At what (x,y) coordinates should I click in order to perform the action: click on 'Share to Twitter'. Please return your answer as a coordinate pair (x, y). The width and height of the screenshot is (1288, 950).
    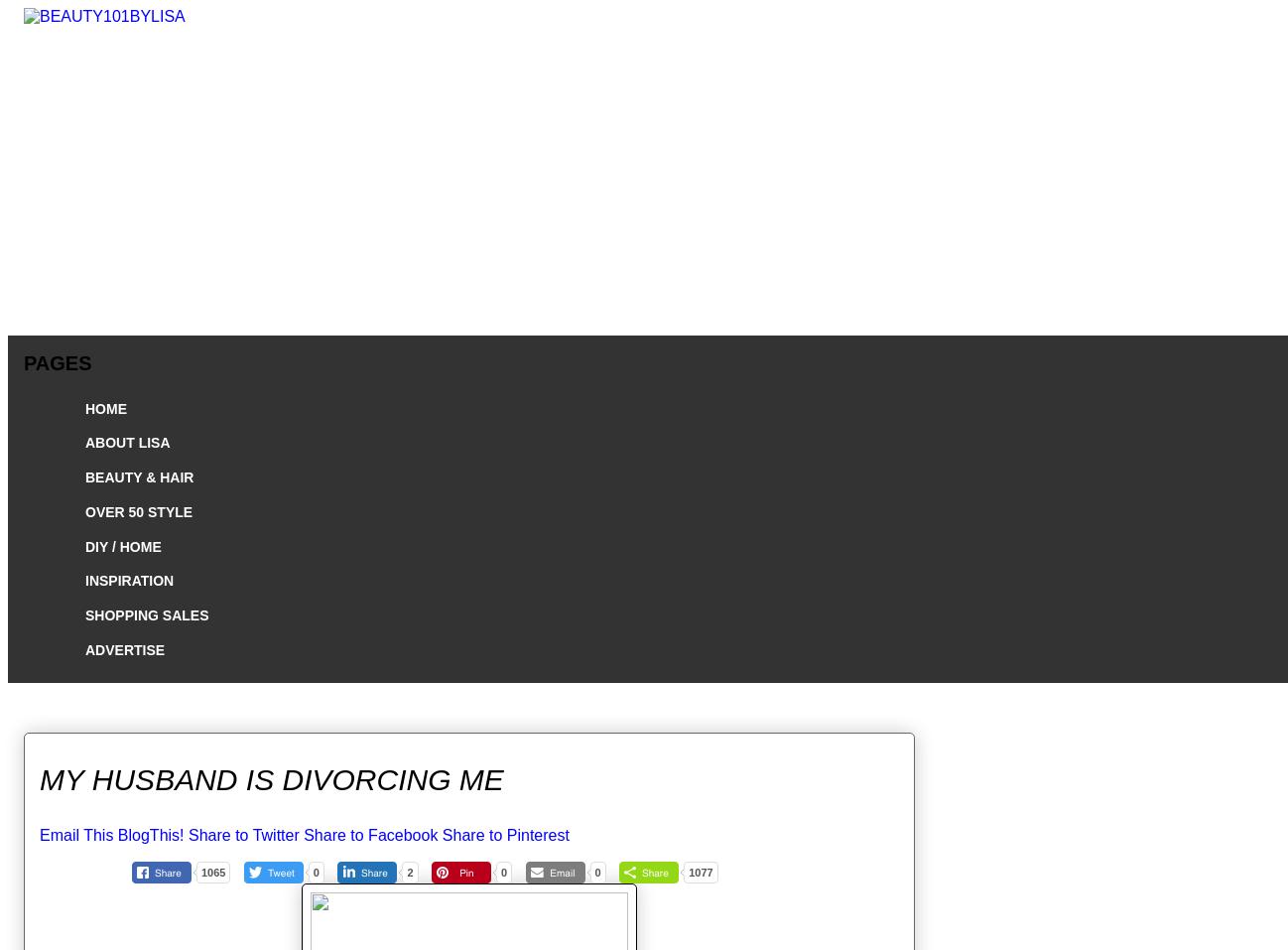
    Looking at the image, I should click on (186, 834).